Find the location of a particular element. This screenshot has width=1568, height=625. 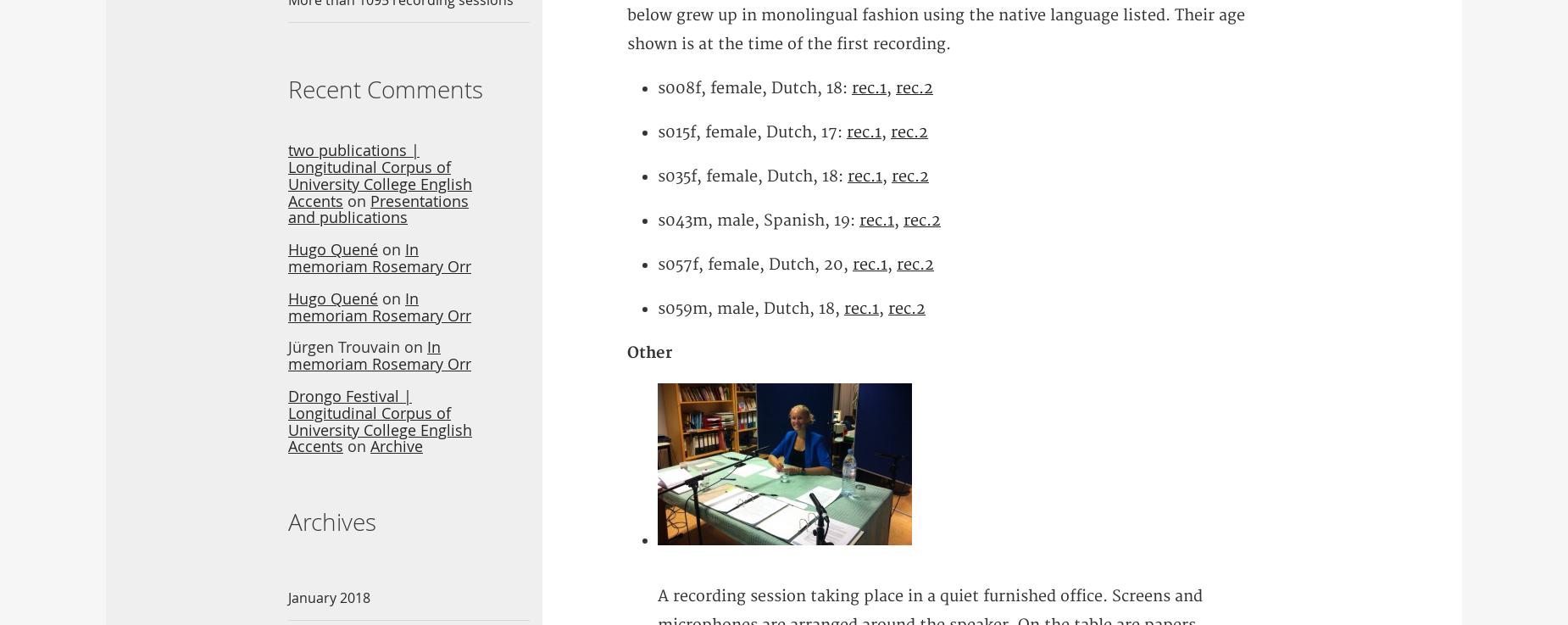

'Jürgen Trouvain' is located at coordinates (343, 347).